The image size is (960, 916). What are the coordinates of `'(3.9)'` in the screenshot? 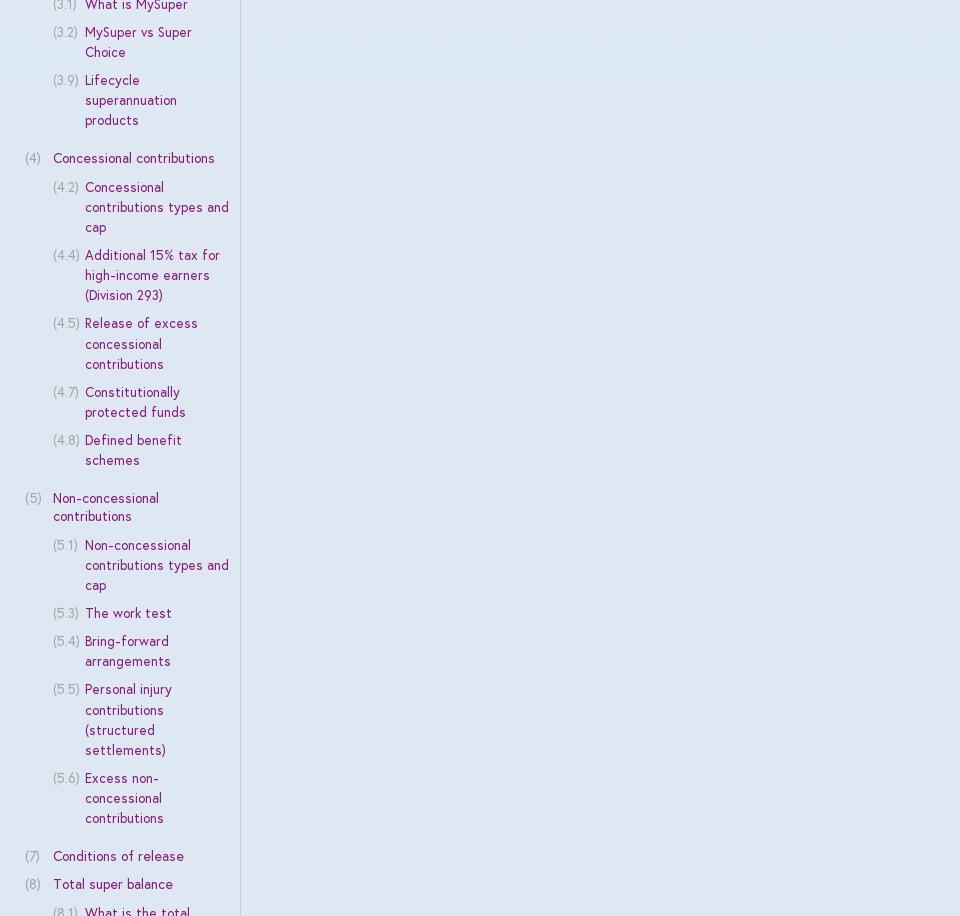 It's located at (51, 78).